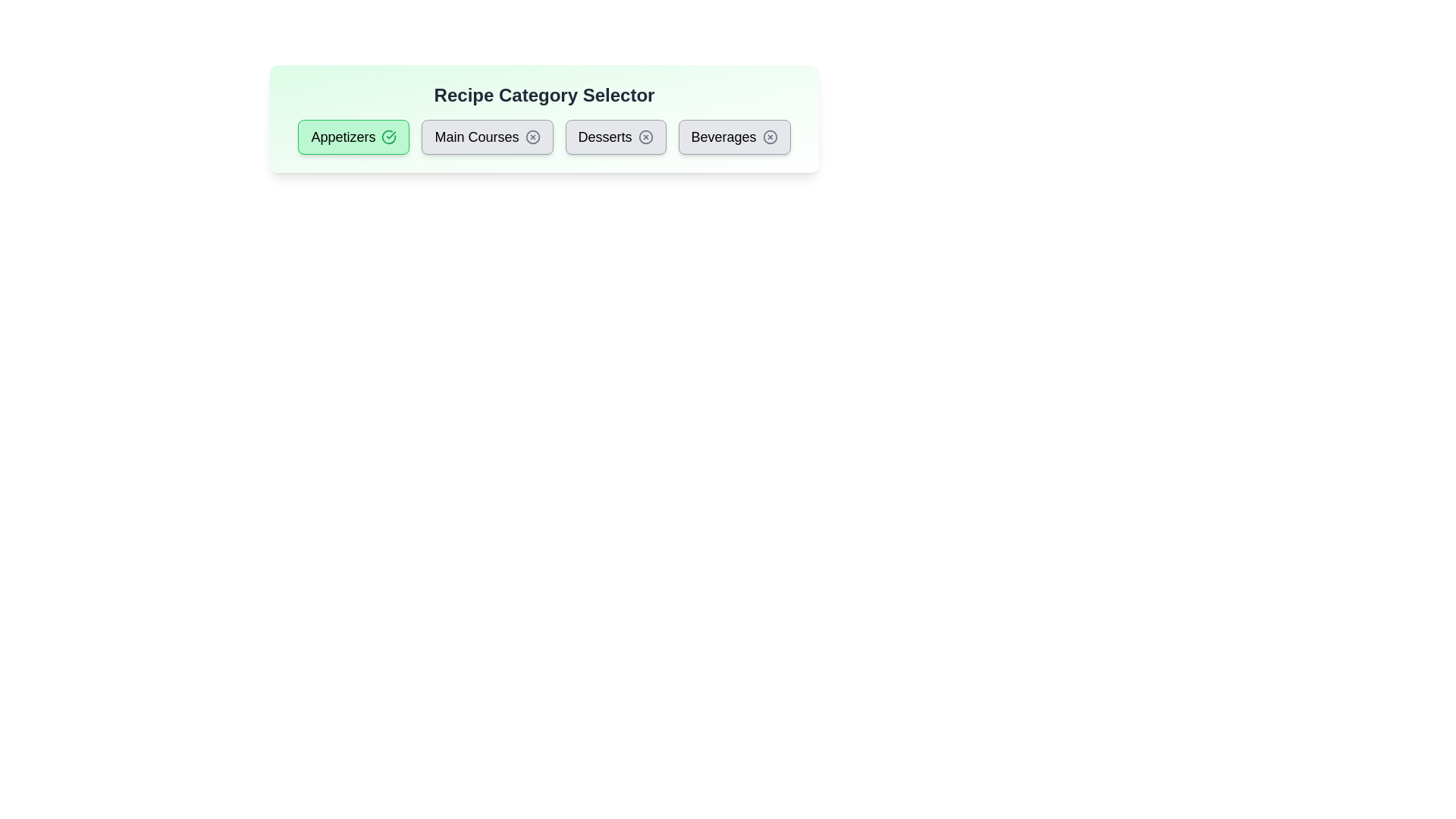 This screenshot has height=819, width=1456. I want to click on the category button labeled Beverages, so click(734, 137).